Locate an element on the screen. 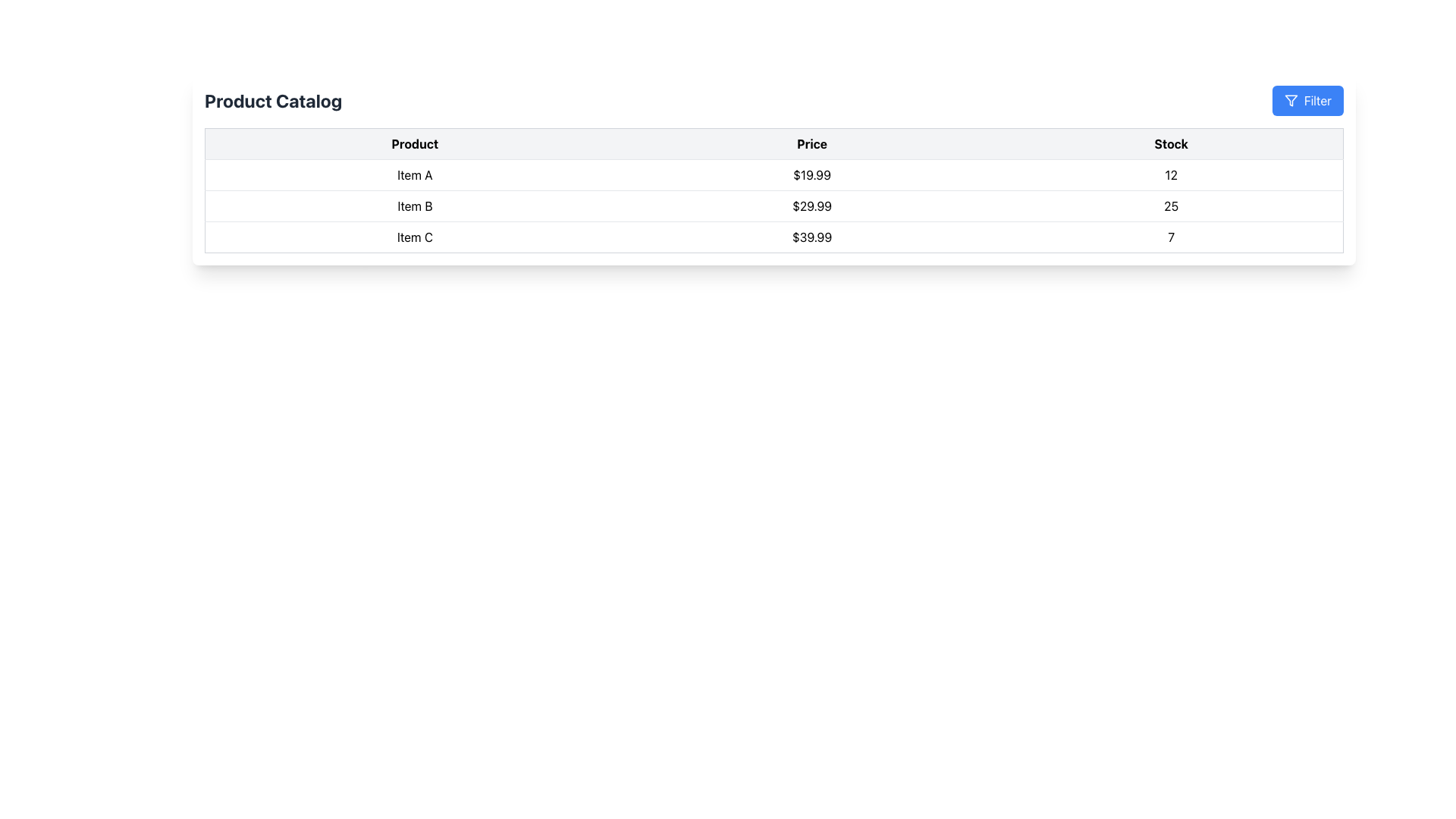  the stock quantity text for 'Item B' located in the third column of the second data row in the product catalog table is located at coordinates (1171, 206).